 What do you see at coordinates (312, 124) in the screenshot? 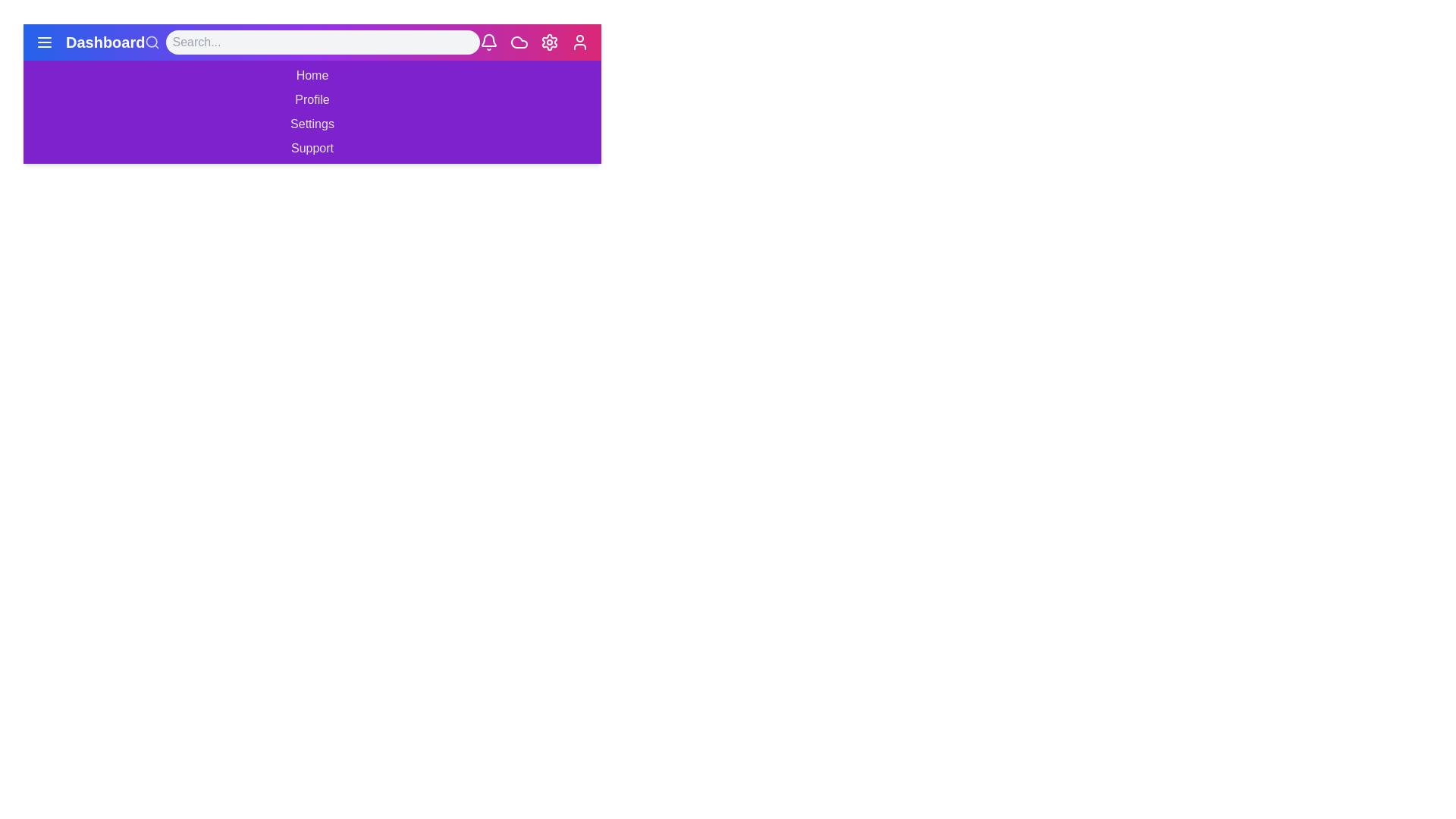
I see `the menu item Settings in the navigation bar` at bounding box center [312, 124].